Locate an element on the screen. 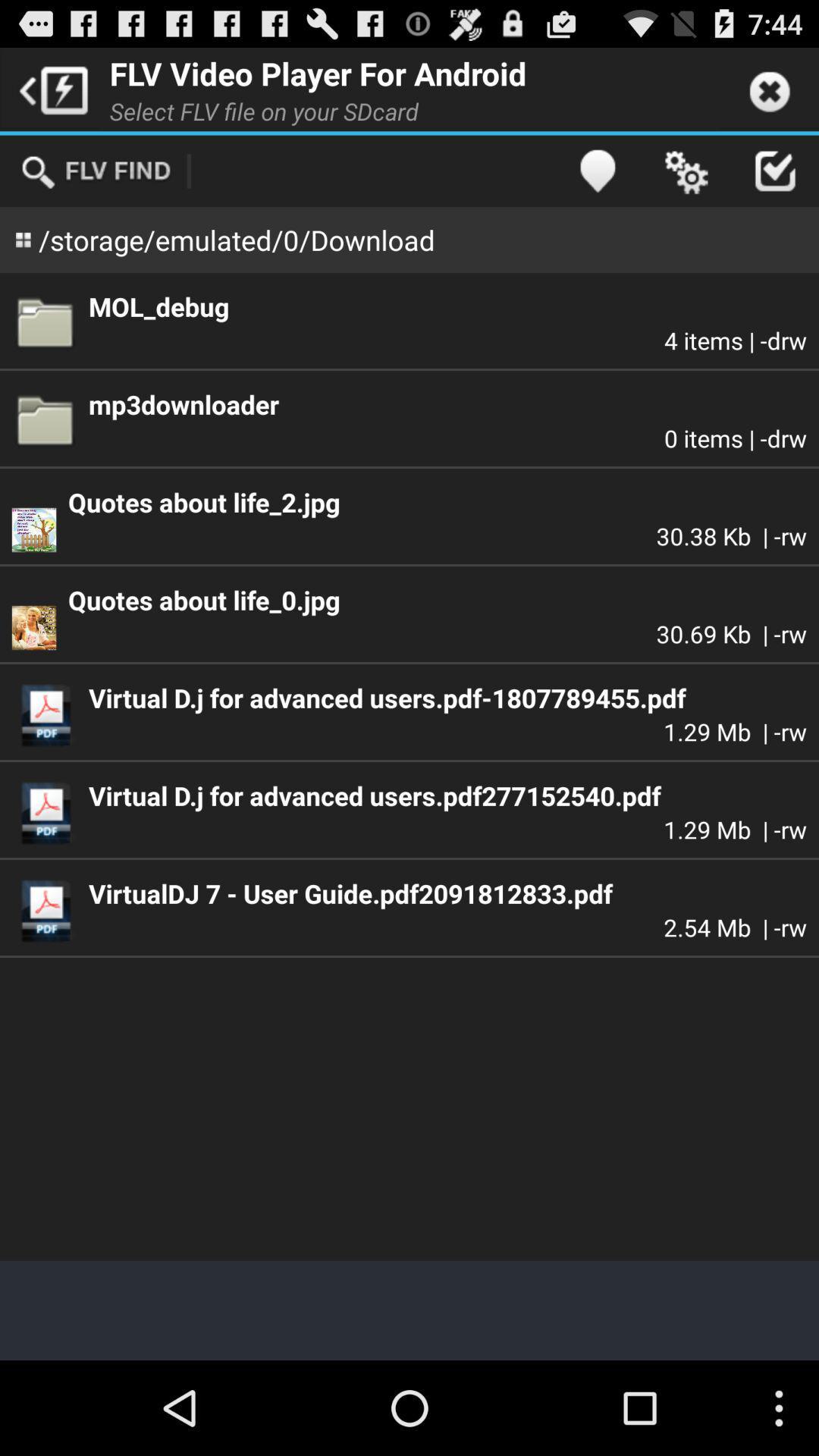  the close icon is located at coordinates (769, 94).